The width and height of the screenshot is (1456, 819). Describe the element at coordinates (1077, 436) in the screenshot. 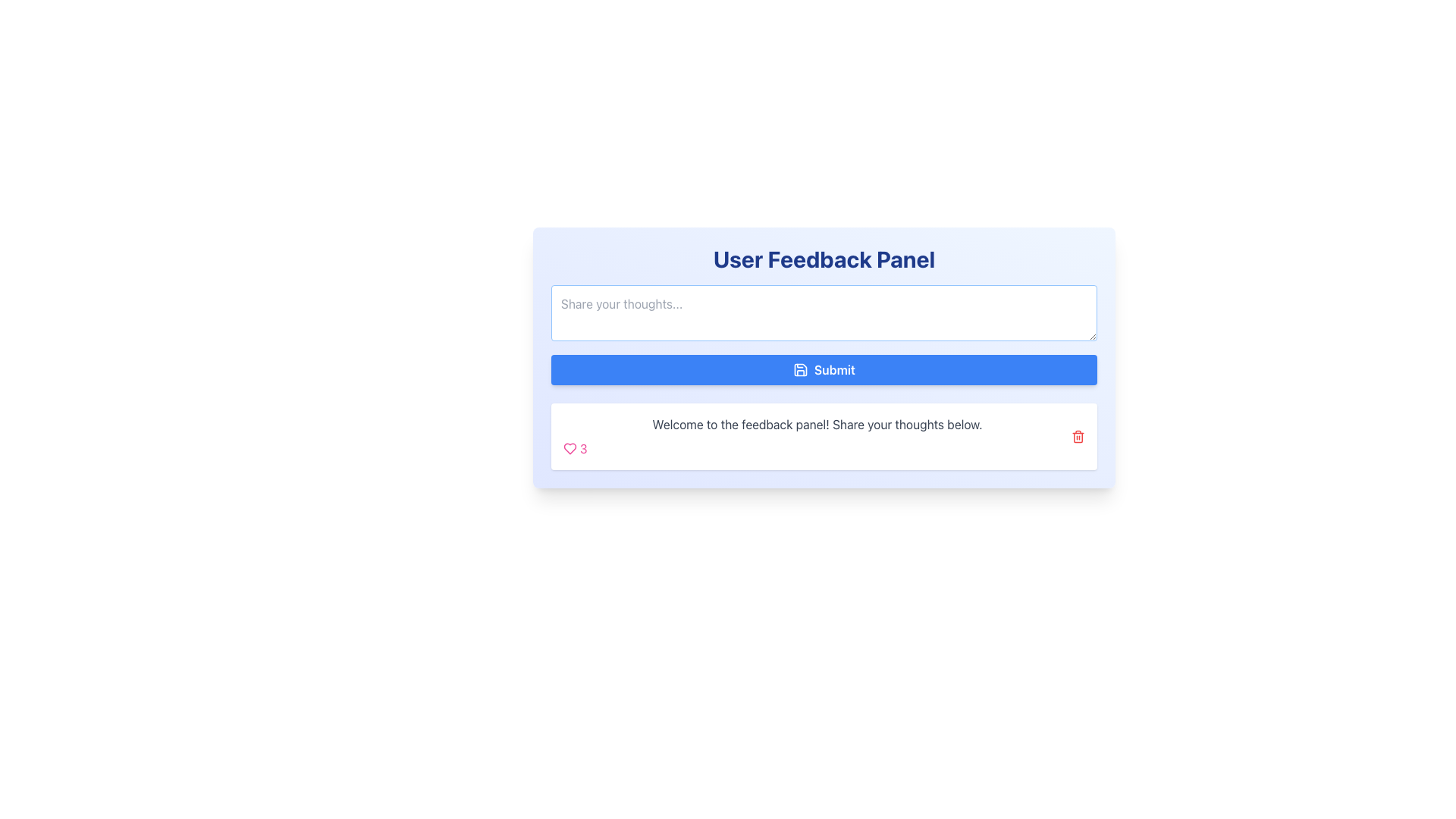

I see `the delete button located to the far right of the text 'Welcome to the feedback panel! Share your thoughts below.'` at that location.